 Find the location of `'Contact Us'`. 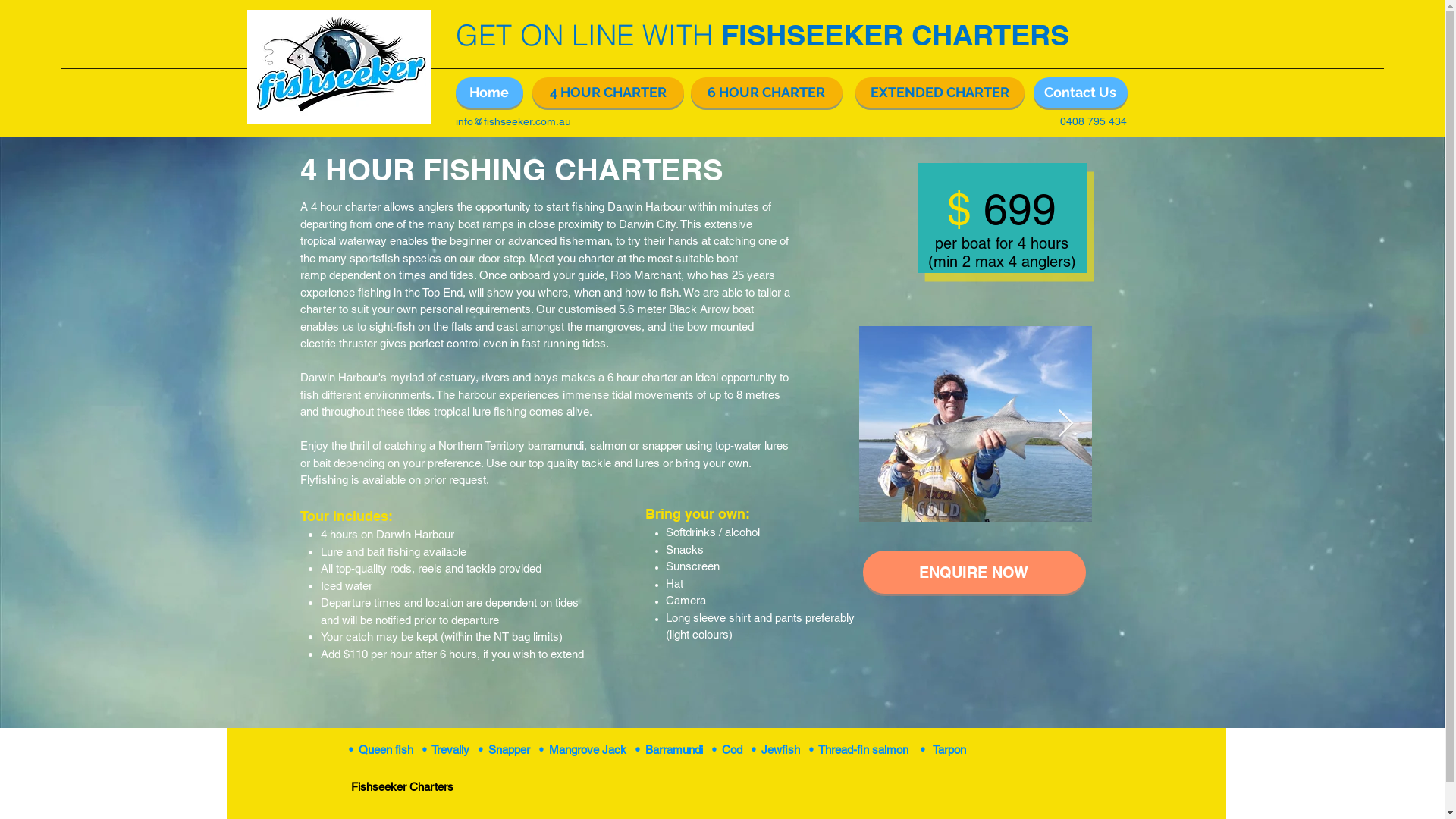

'Contact Us' is located at coordinates (1079, 93).